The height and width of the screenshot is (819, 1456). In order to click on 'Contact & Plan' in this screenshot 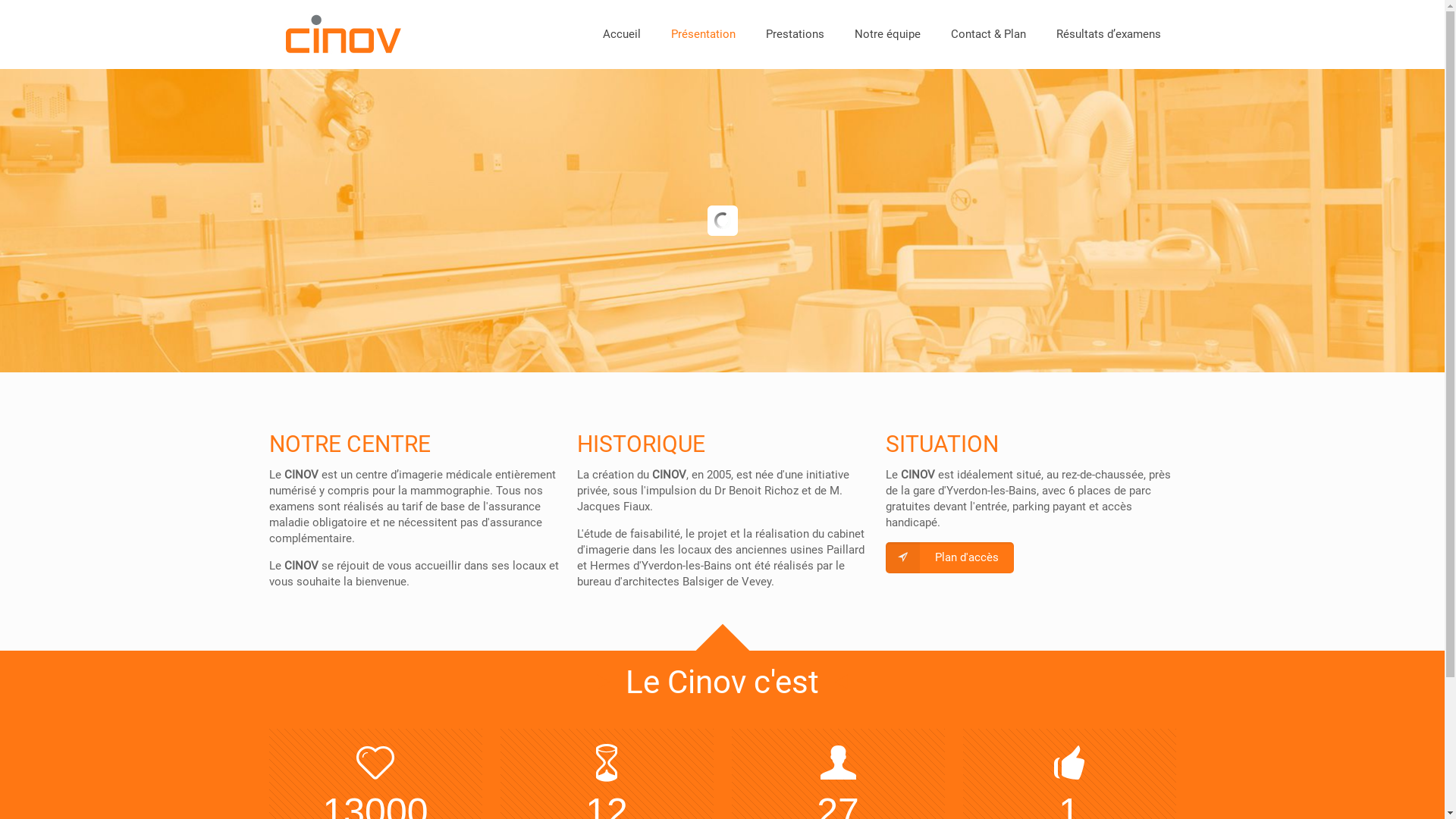, I will do `click(988, 34)`.